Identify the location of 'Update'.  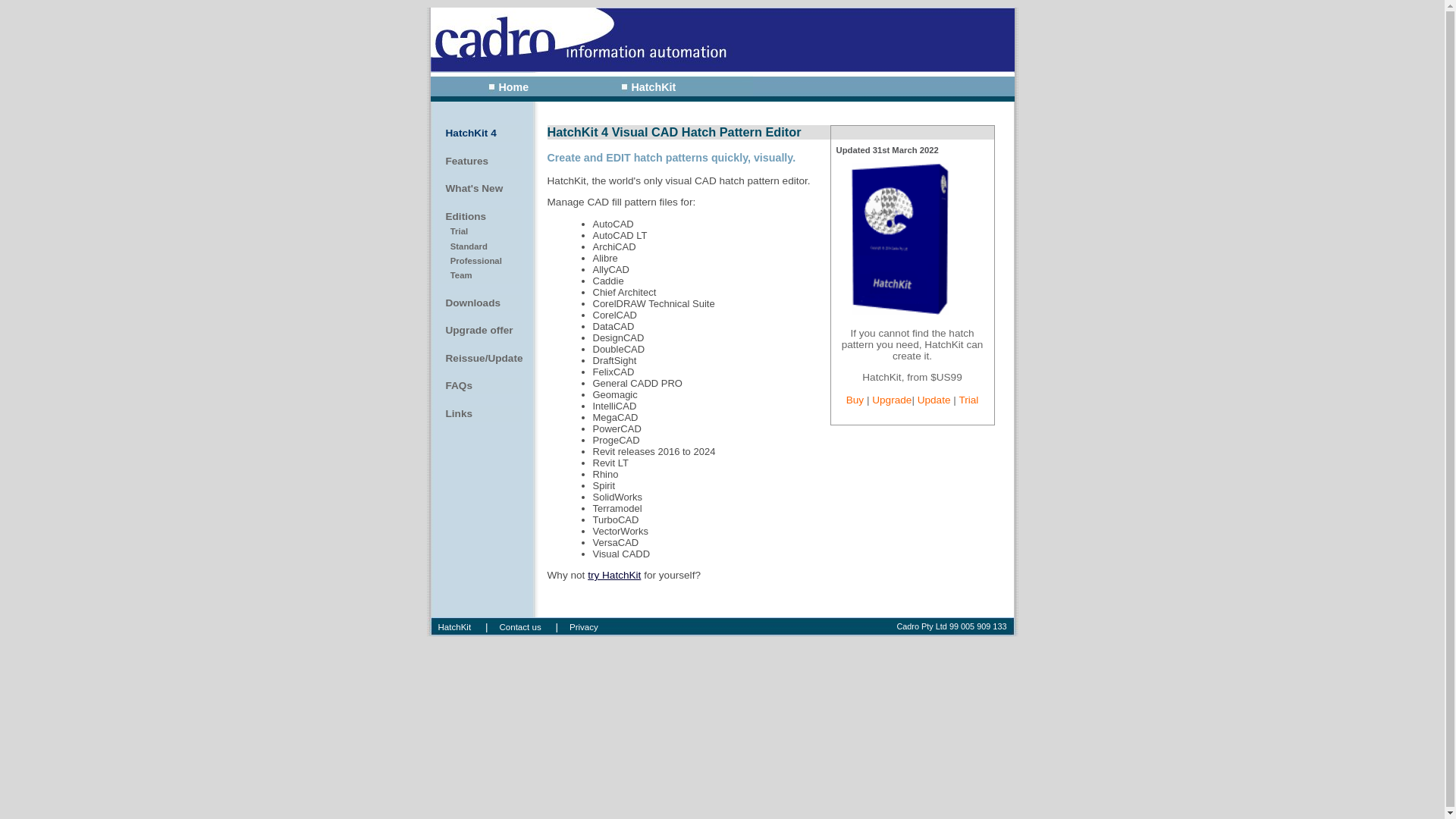
(916, 399).